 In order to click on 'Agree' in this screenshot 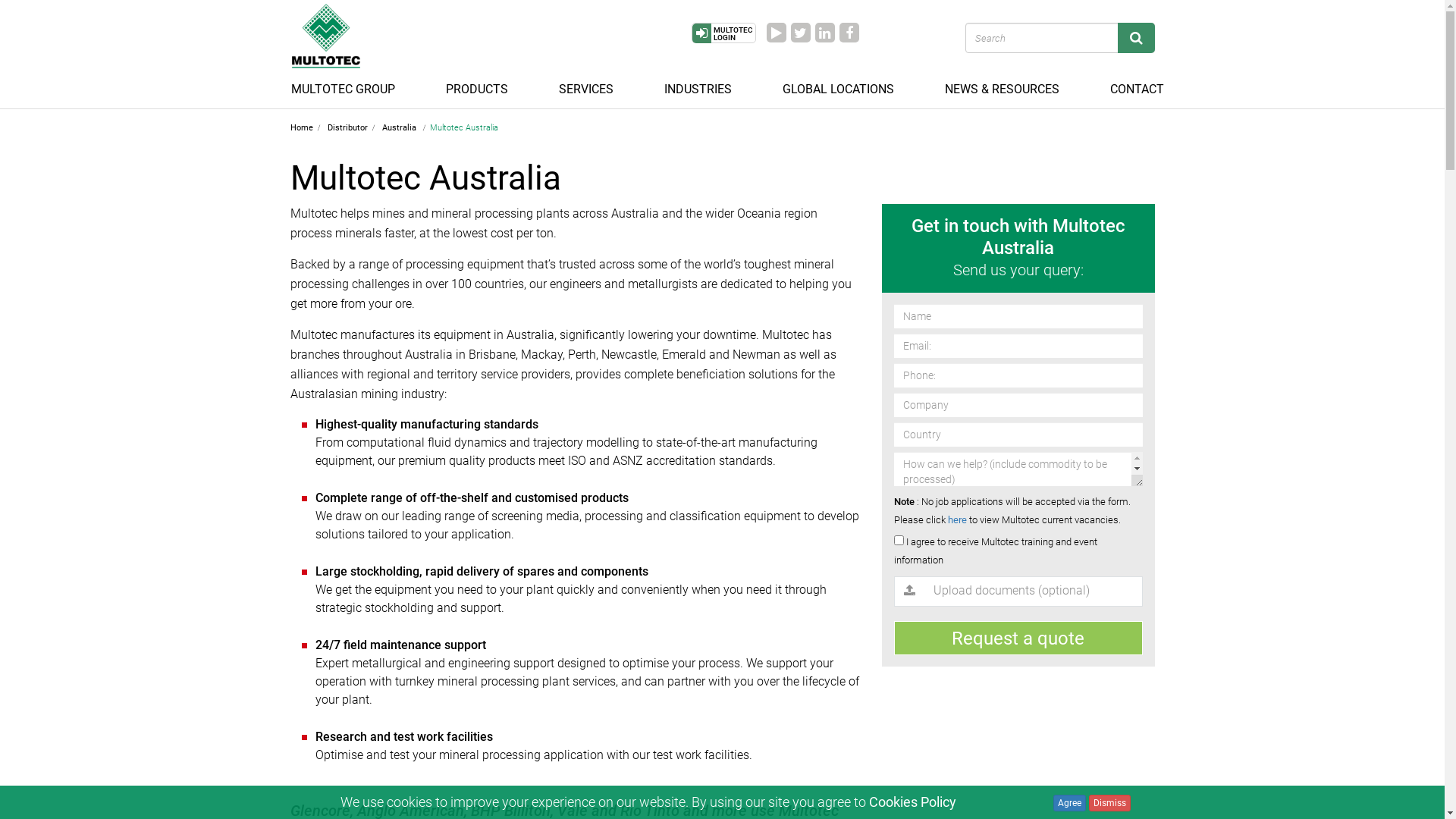, I will do `click(1068, 802)`.